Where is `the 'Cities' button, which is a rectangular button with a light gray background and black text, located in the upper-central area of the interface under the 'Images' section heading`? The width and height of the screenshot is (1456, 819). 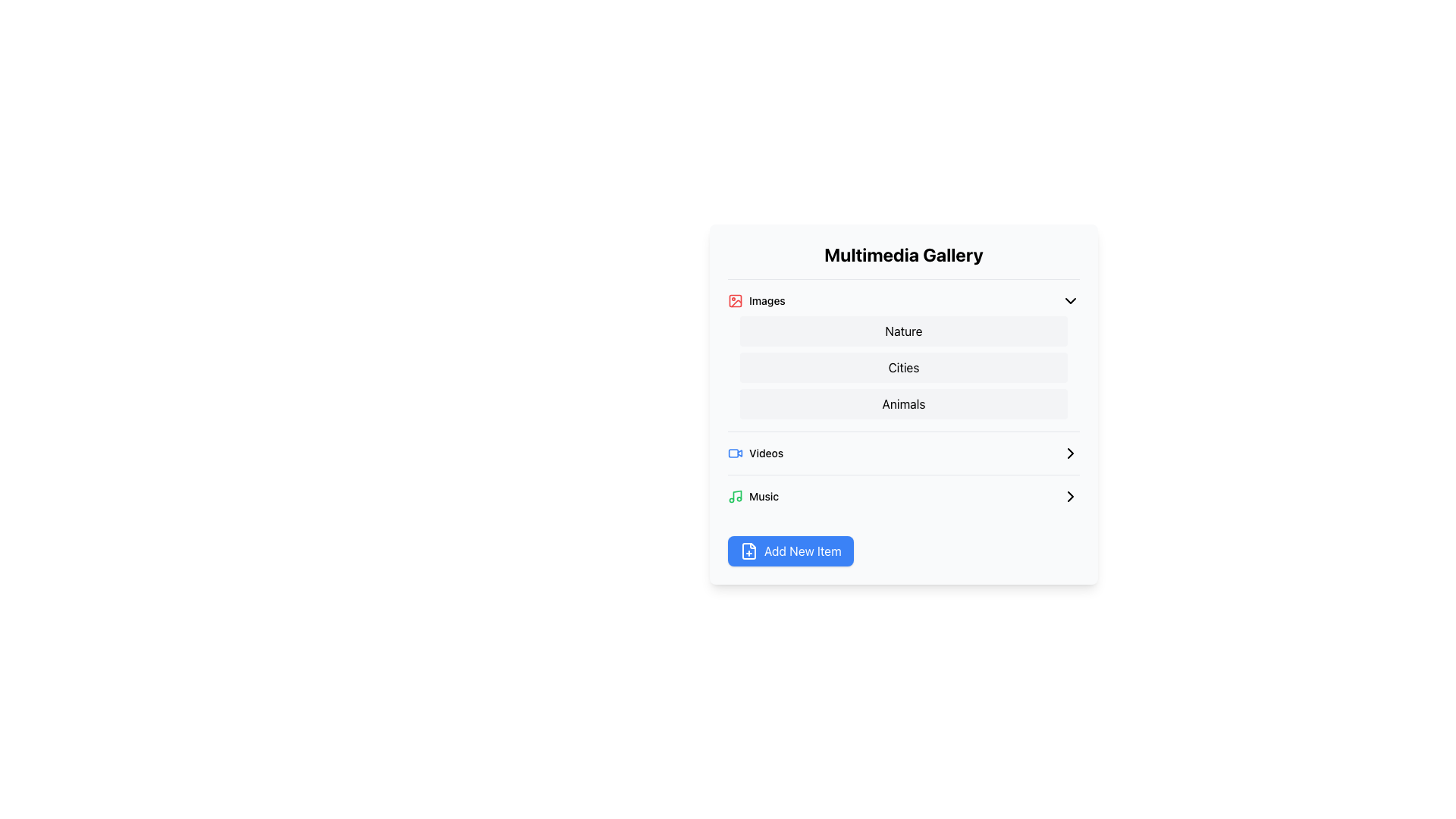 the 'Cities' button, which is a rectangular button with a light gray background and black text, located in the upper-central area of the interface under the 'Images' section heading is located at coordinates (903, 368).